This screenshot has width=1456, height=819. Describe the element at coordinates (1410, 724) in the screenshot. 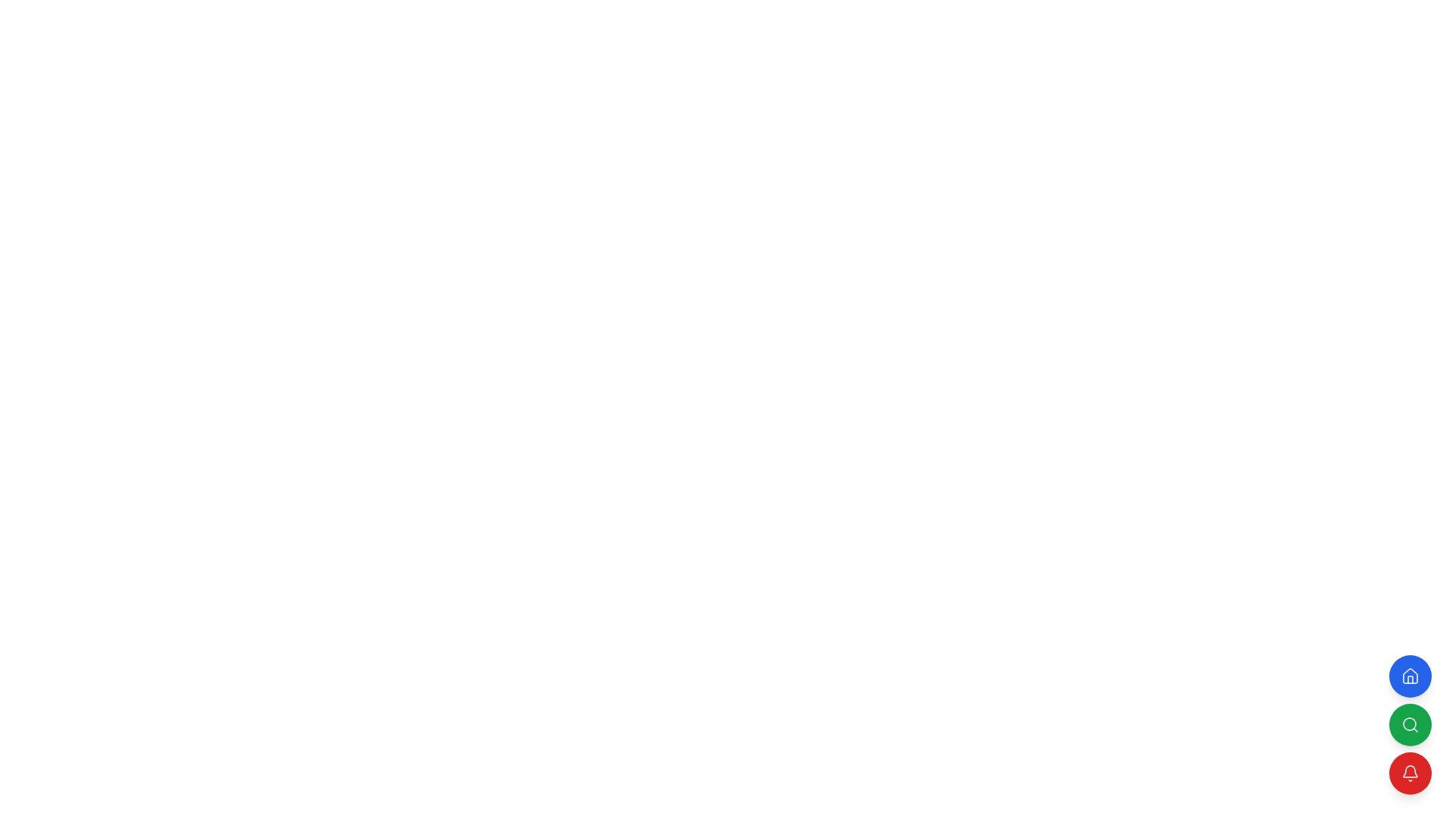

I see `the magnifying glass icon within the green circular button` at that location.